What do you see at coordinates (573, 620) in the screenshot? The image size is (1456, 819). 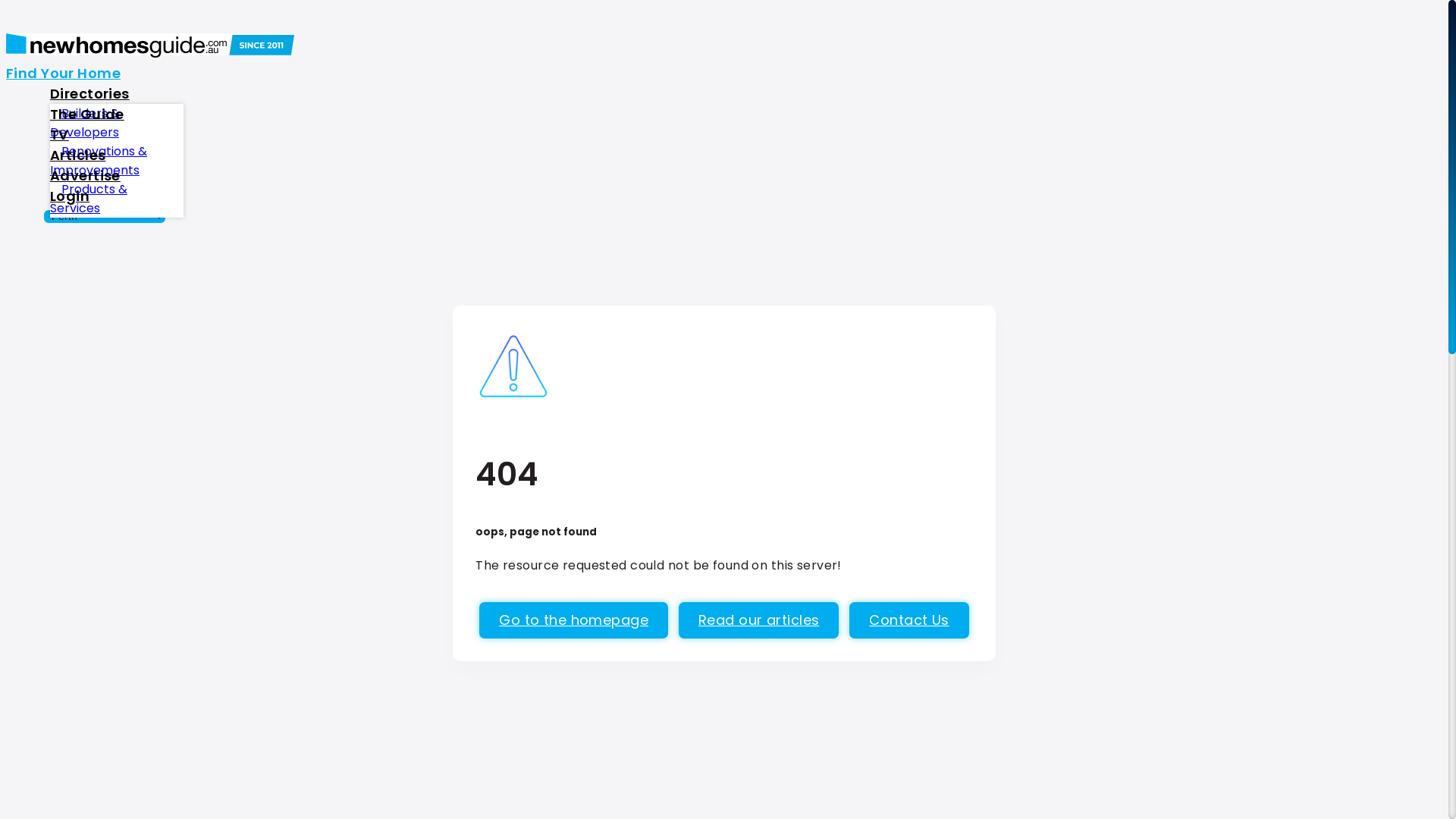 I see `'Go to the homepage'` at bounding box center [573, 620].